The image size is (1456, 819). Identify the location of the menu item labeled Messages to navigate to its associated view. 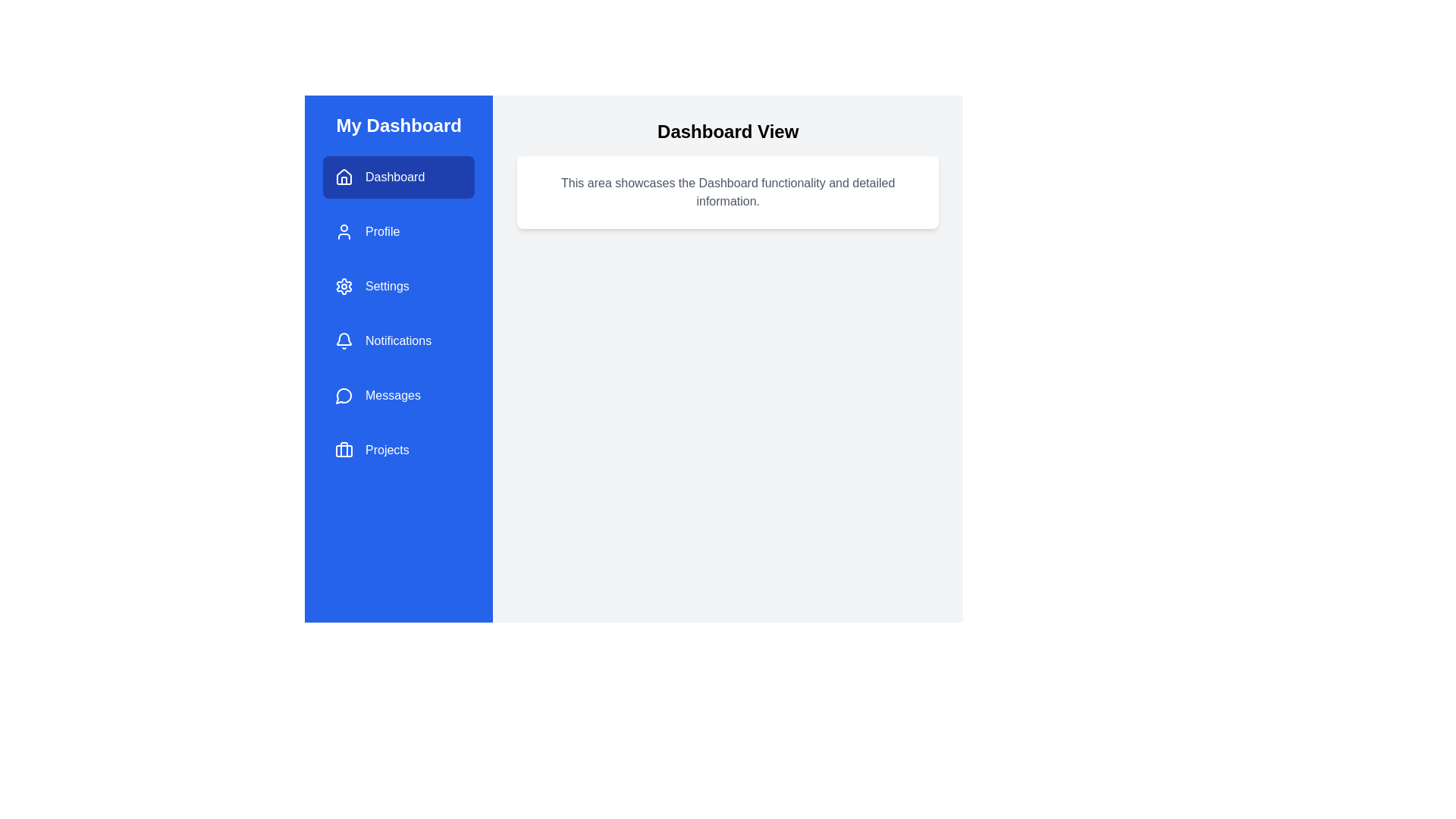
(399, 394).